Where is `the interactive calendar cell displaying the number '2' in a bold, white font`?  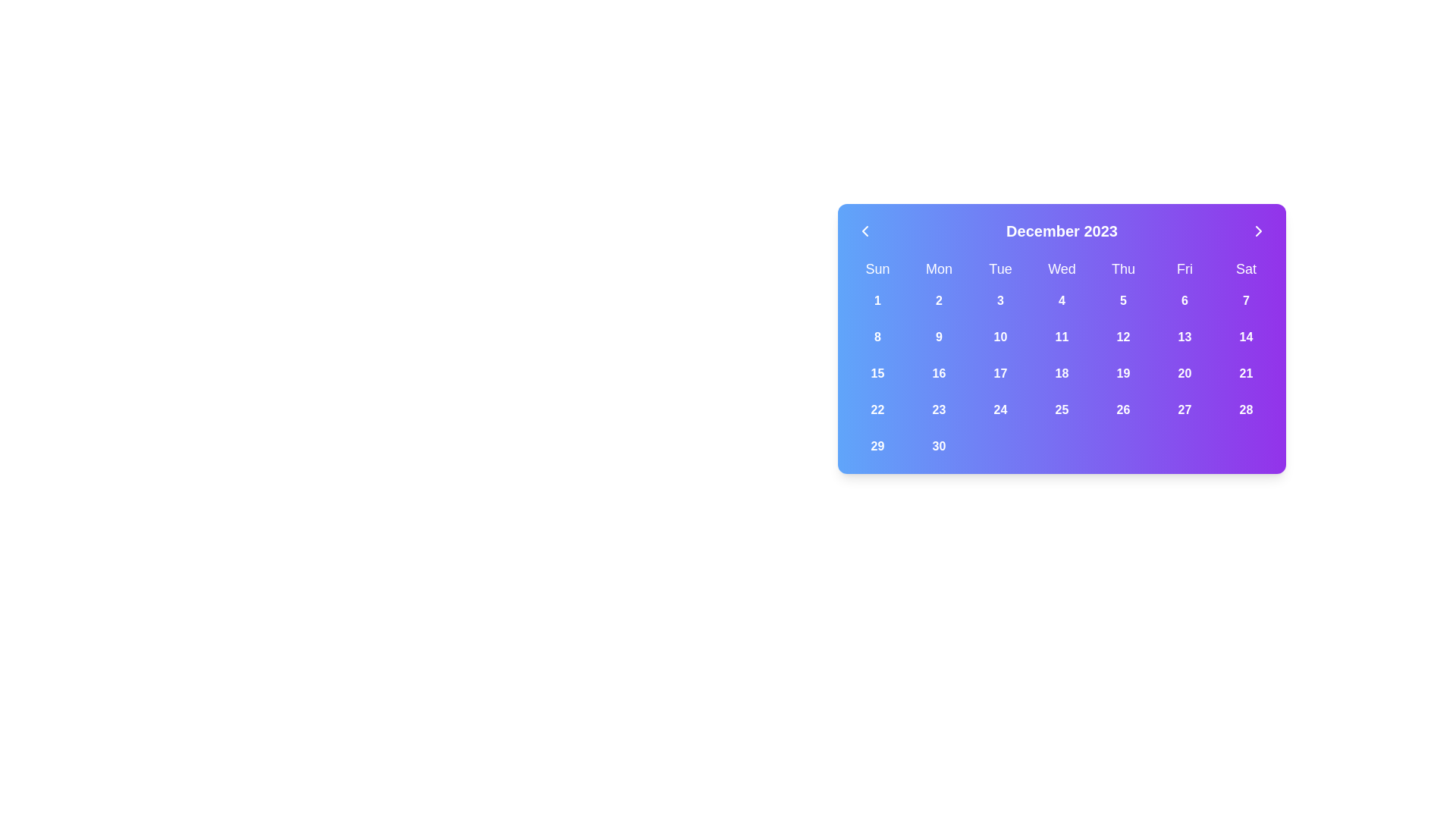
the interactive calendar cell displaying the number '2' in a bold, white font is located at coordinates (938, 301).